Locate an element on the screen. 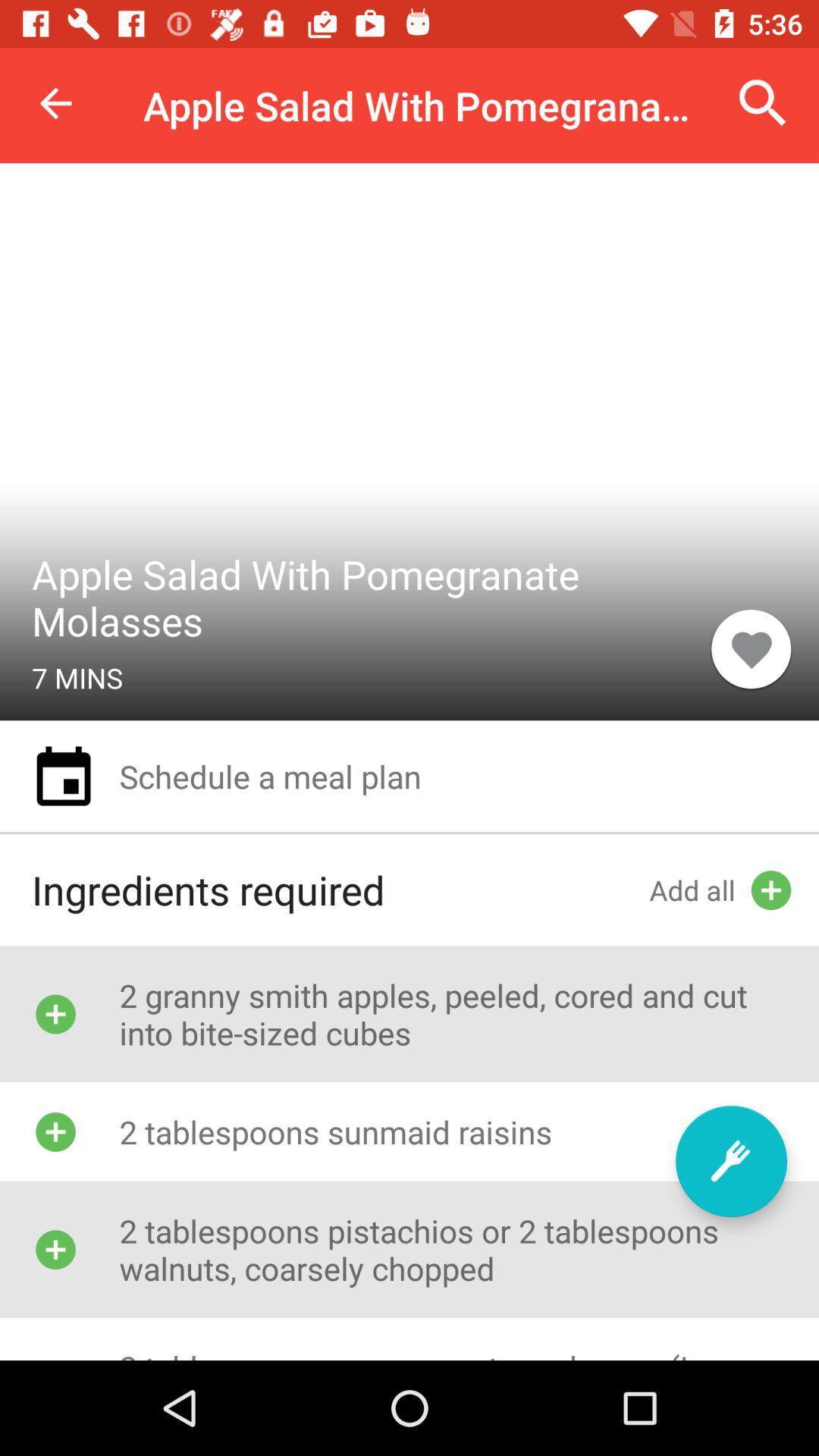 The height and width of the screenshot is (1456, 819). the item next to the apple salad with item is located at coordinates (763, 102).